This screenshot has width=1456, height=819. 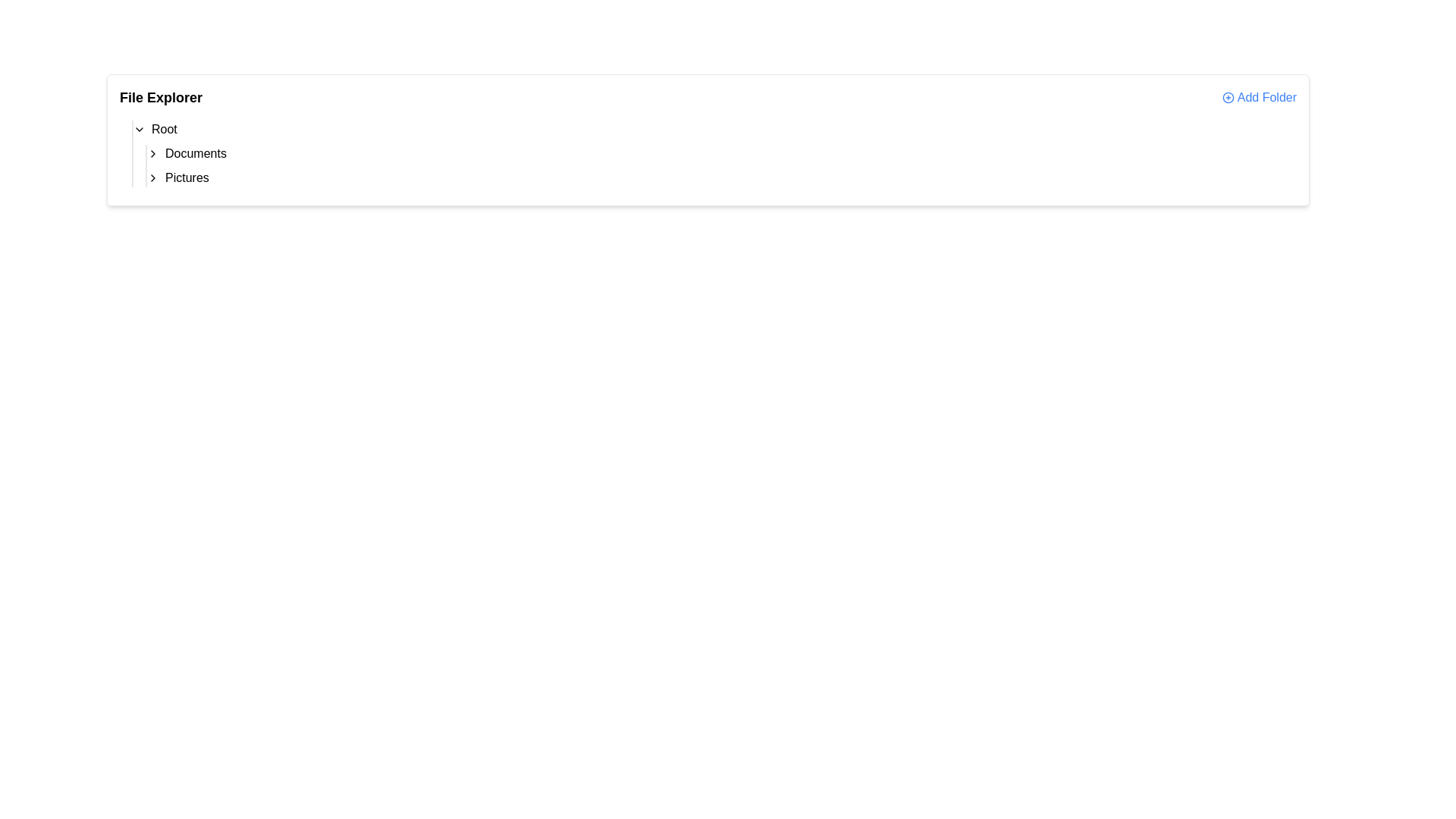 I want to click on the circular plus icon located at the top-right corner of the file explorer section, so click(x=1228, y=97).